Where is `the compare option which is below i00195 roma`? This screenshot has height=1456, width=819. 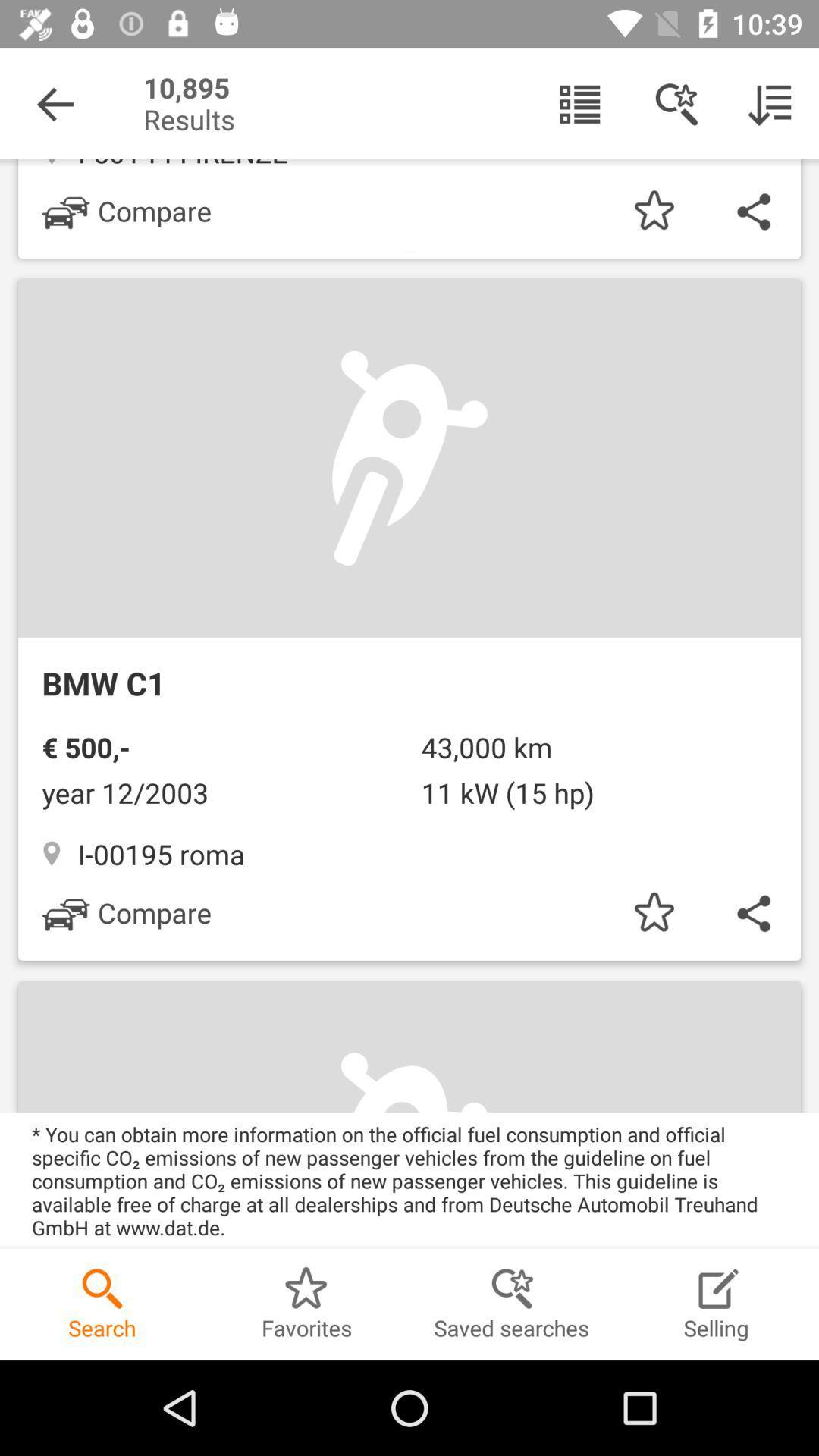
the compare option which is below i00195 roma is located at coordinates (126, 912).